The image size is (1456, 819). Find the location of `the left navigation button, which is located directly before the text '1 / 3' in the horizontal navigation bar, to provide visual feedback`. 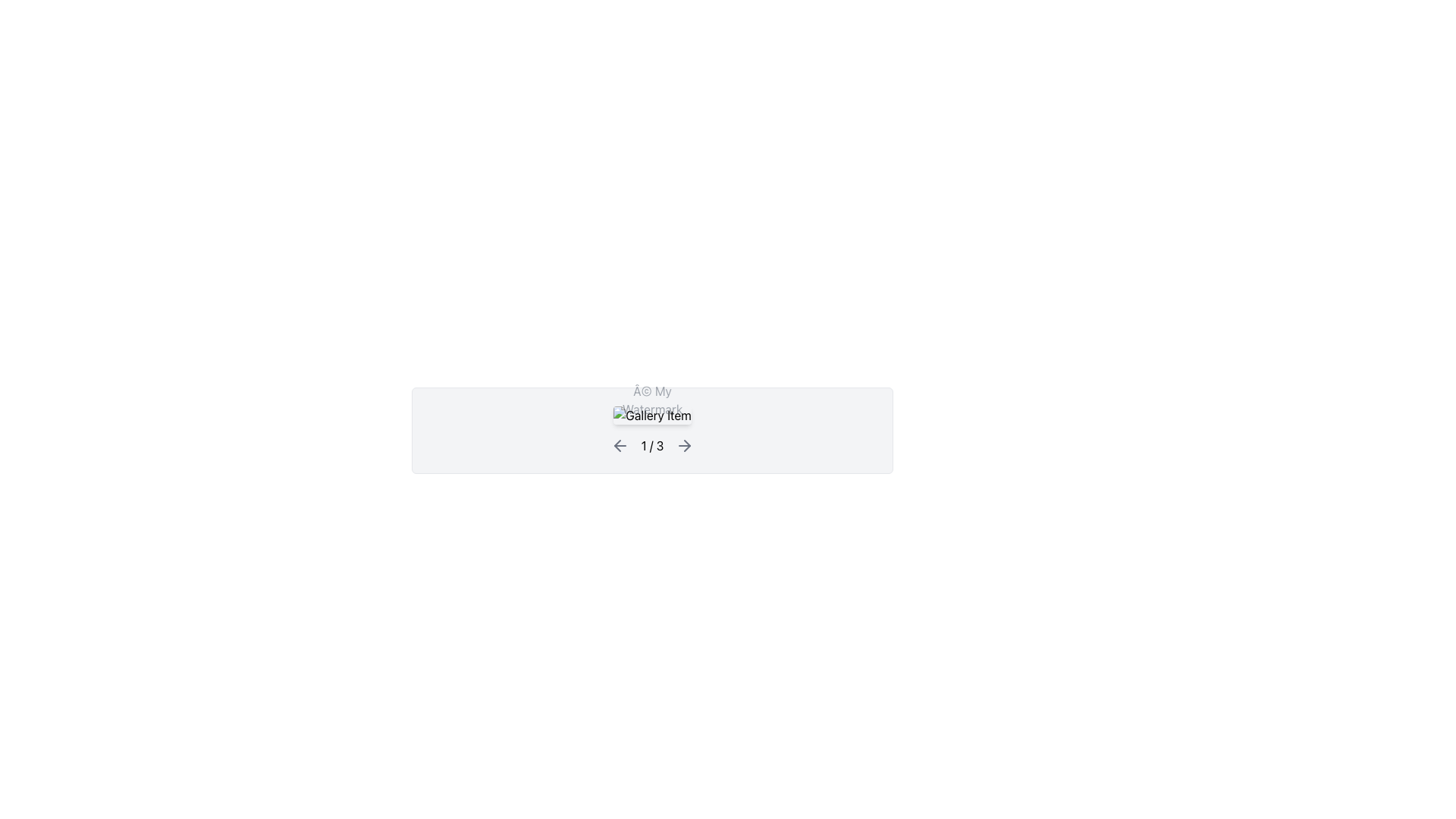

the left navigation button, which is located directly before the text '1 / 3' in the horizontal navigation bar, to provide visual feedback is located at coordinates (620, 444).